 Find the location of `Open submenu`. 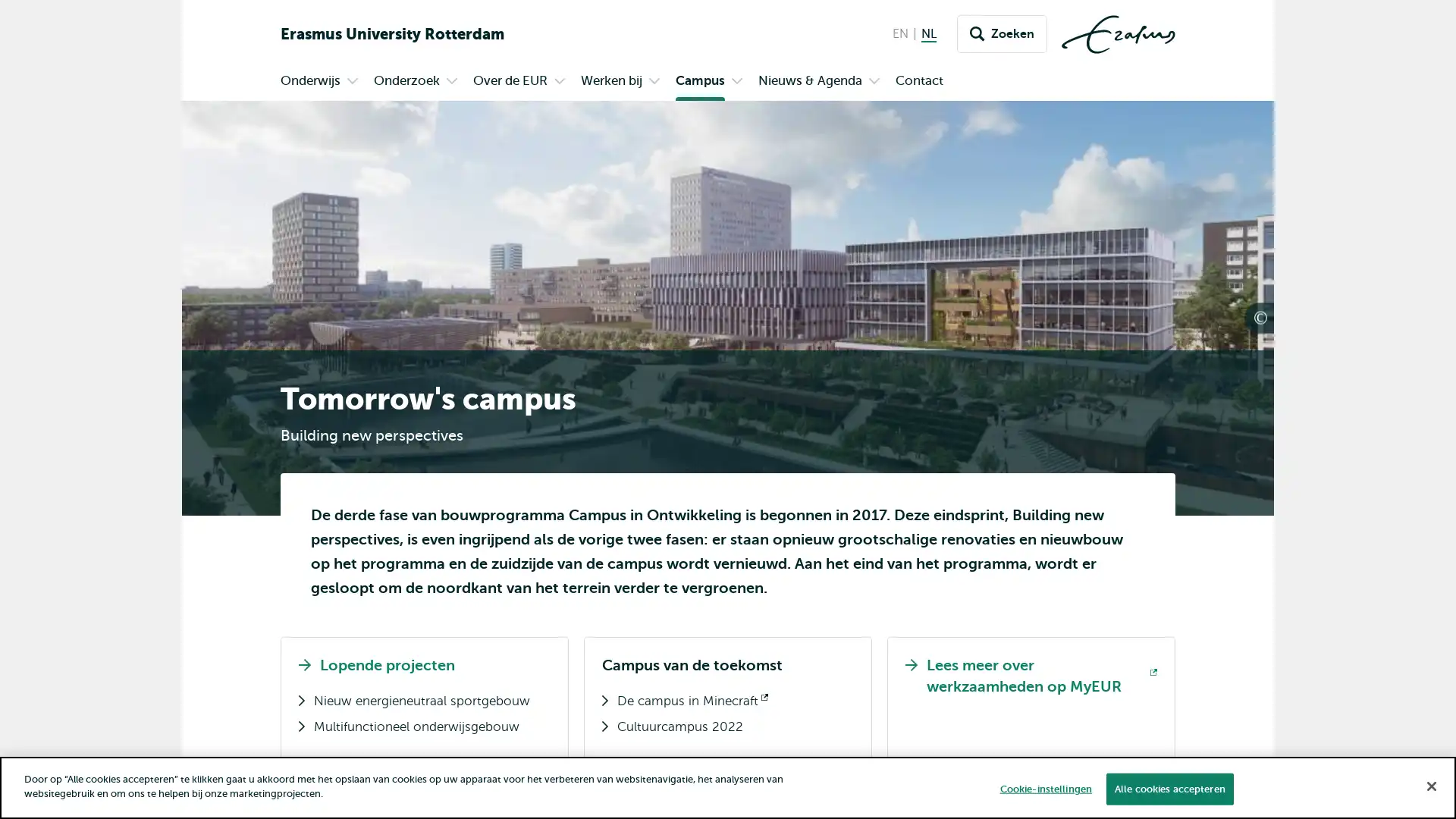

Open submenu is located at coordinates (654, 82).